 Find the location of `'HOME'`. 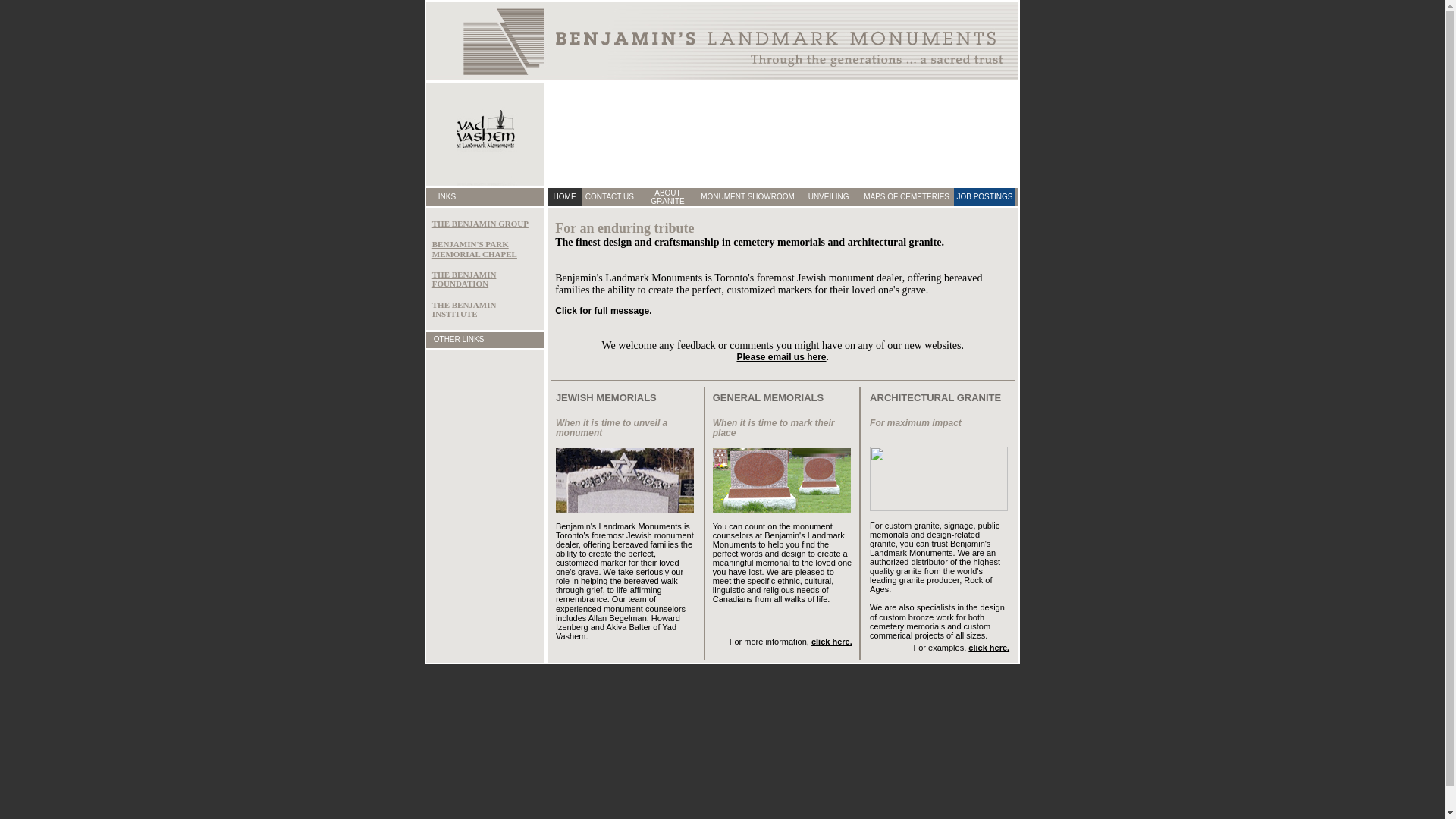

'HOME' is located at coordinates (563, 196).